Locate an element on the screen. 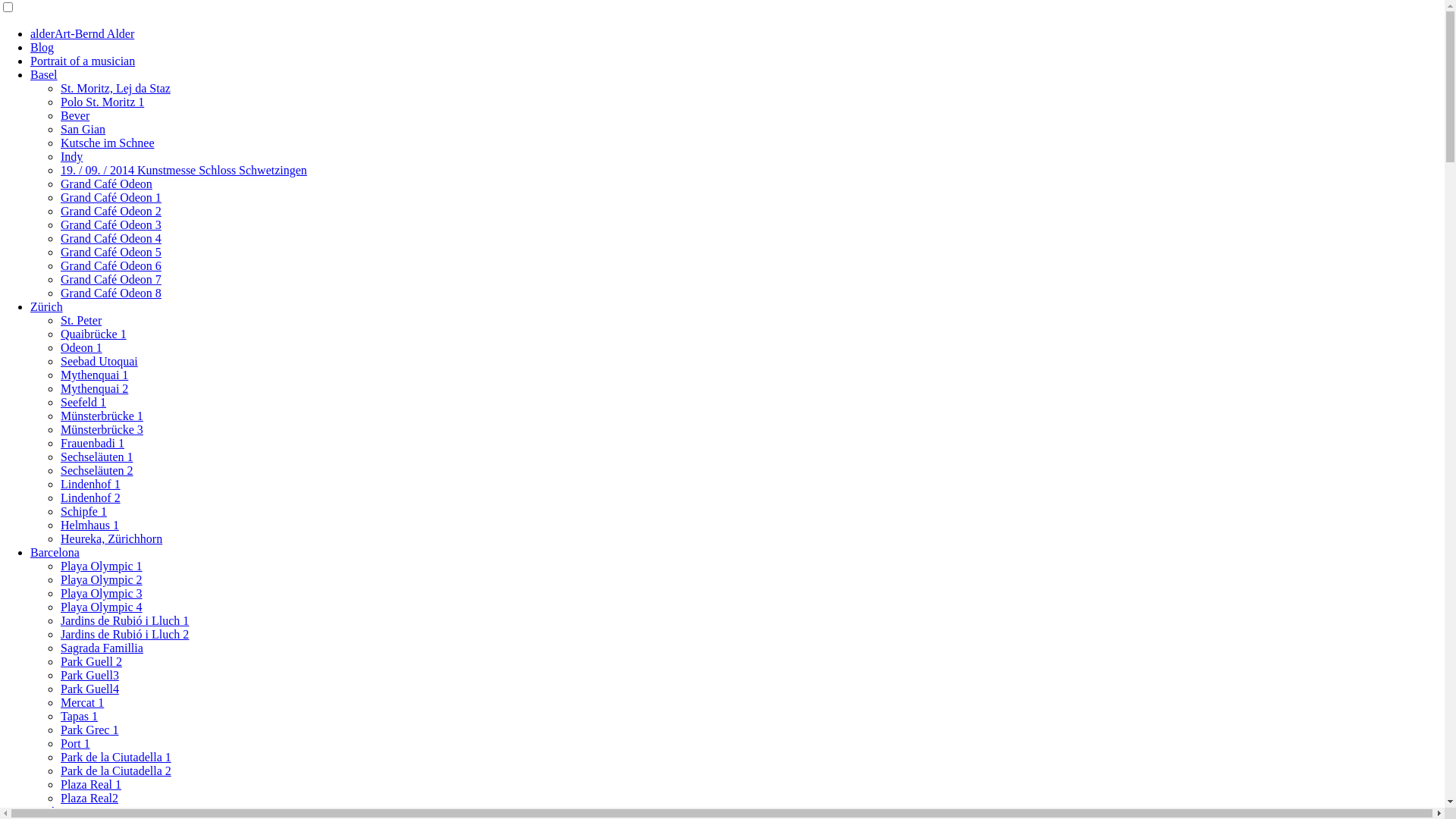 The image size is (1456, 819). 'Mythenquai 1' is located at coordinates (93, 375).